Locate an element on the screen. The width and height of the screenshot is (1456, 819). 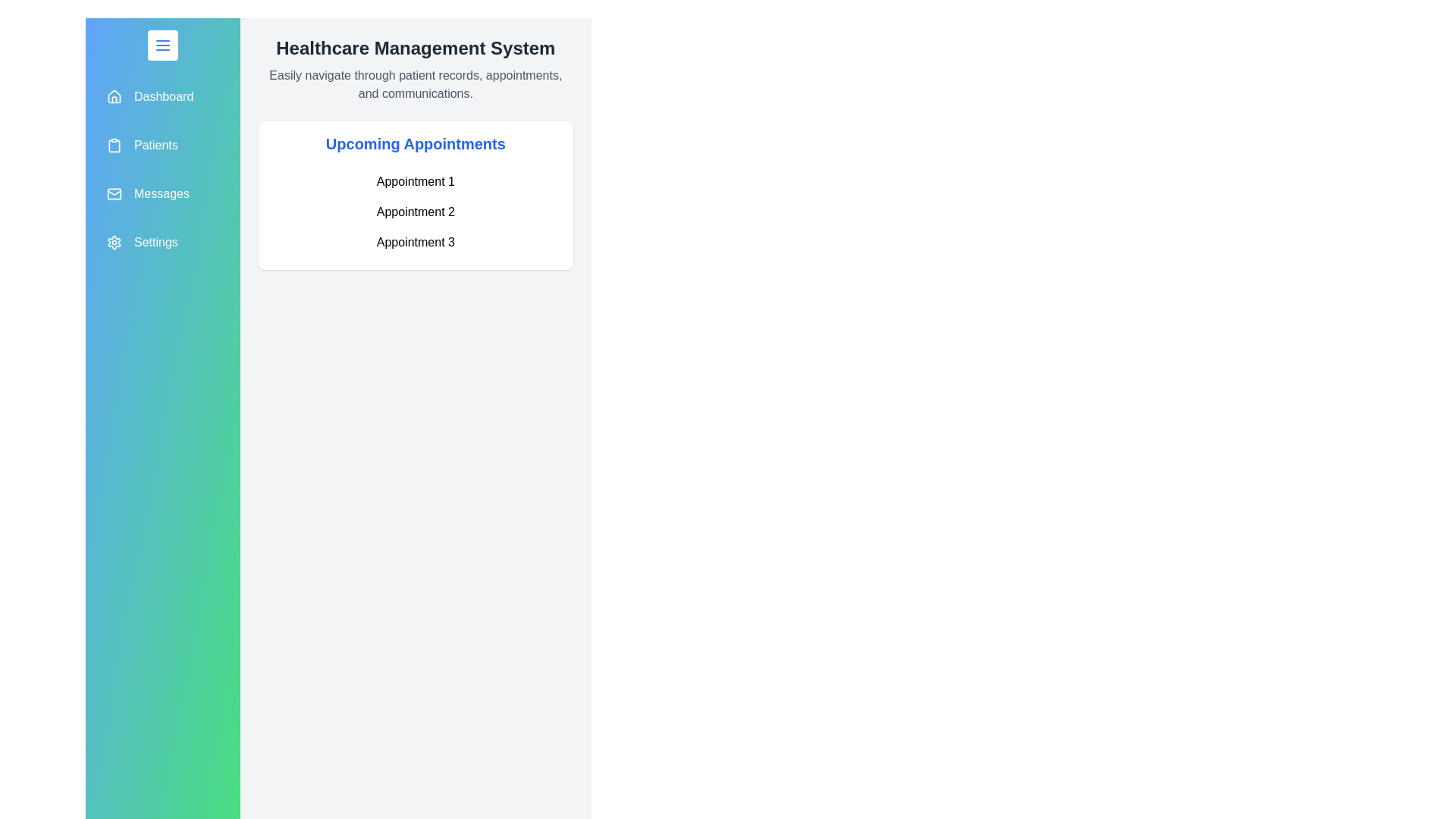
the navigation item Messages is located at coordinates (162, 193).